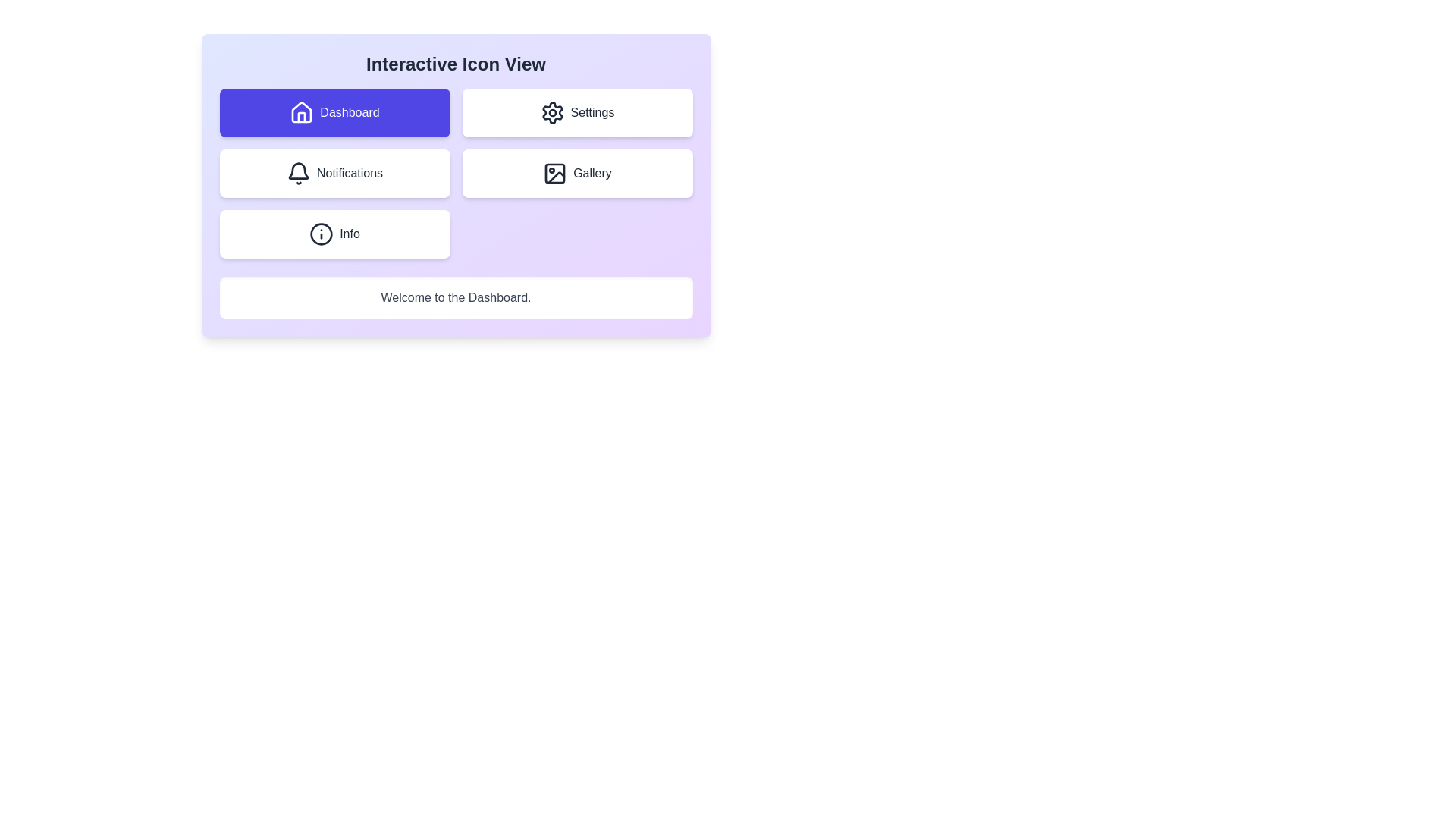  I want to click on the 'Notifications' button, which is a rounded rectangle with a bell icon and gray text, so click(334, 172).